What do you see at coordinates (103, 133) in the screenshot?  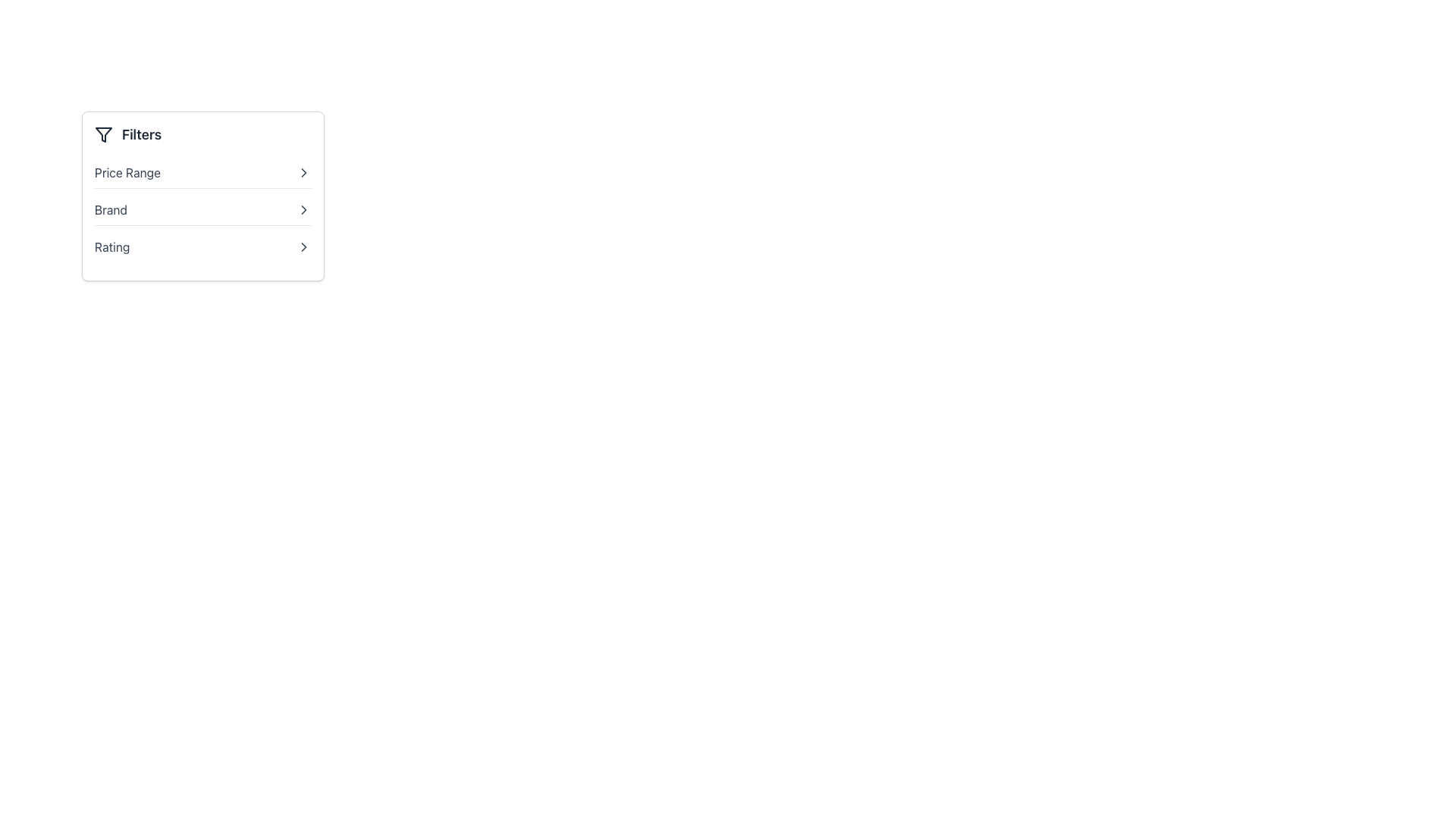 I see `the funnel-shaped icon for filtering, which is positioned to the left of the 'Filters' label in the interface` at bounding box center [103, 133].